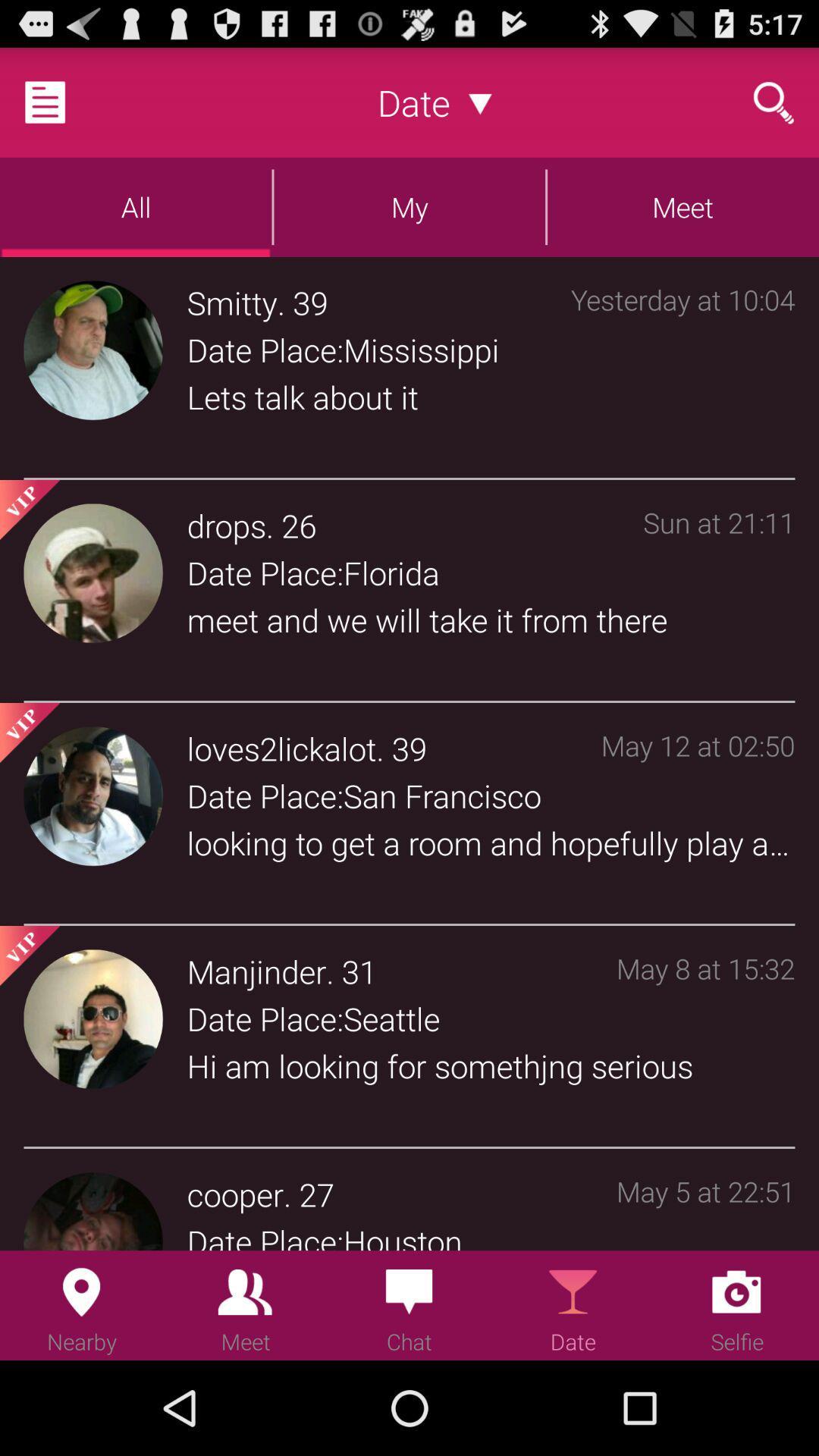  Describe the element at coordinates (226, 525) in the screenshot. I see `icon above date place:florida` at that location.